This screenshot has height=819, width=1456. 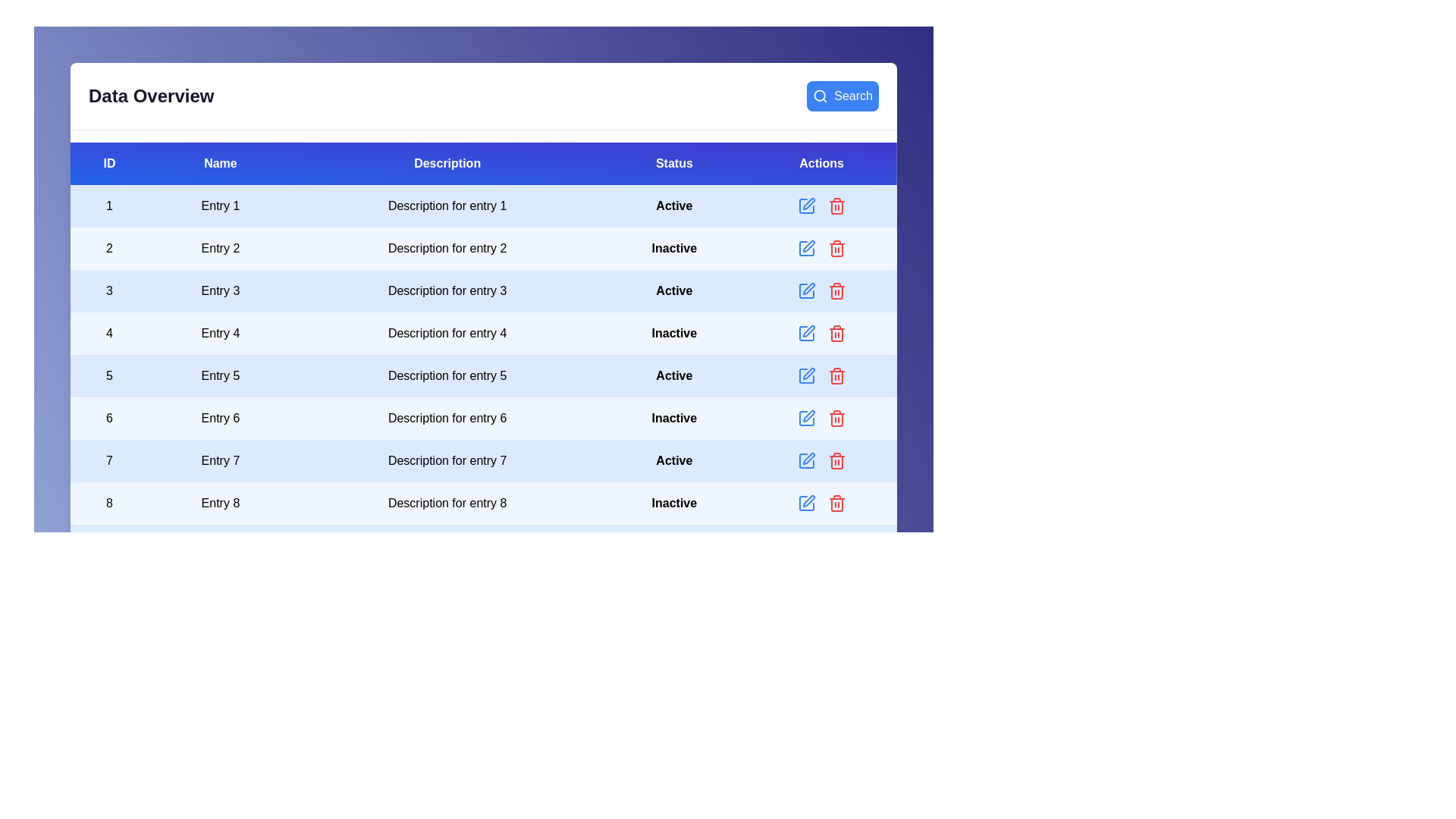 I want to click on the header of the column 'Name' to sort it, so click(x=218, y=164).